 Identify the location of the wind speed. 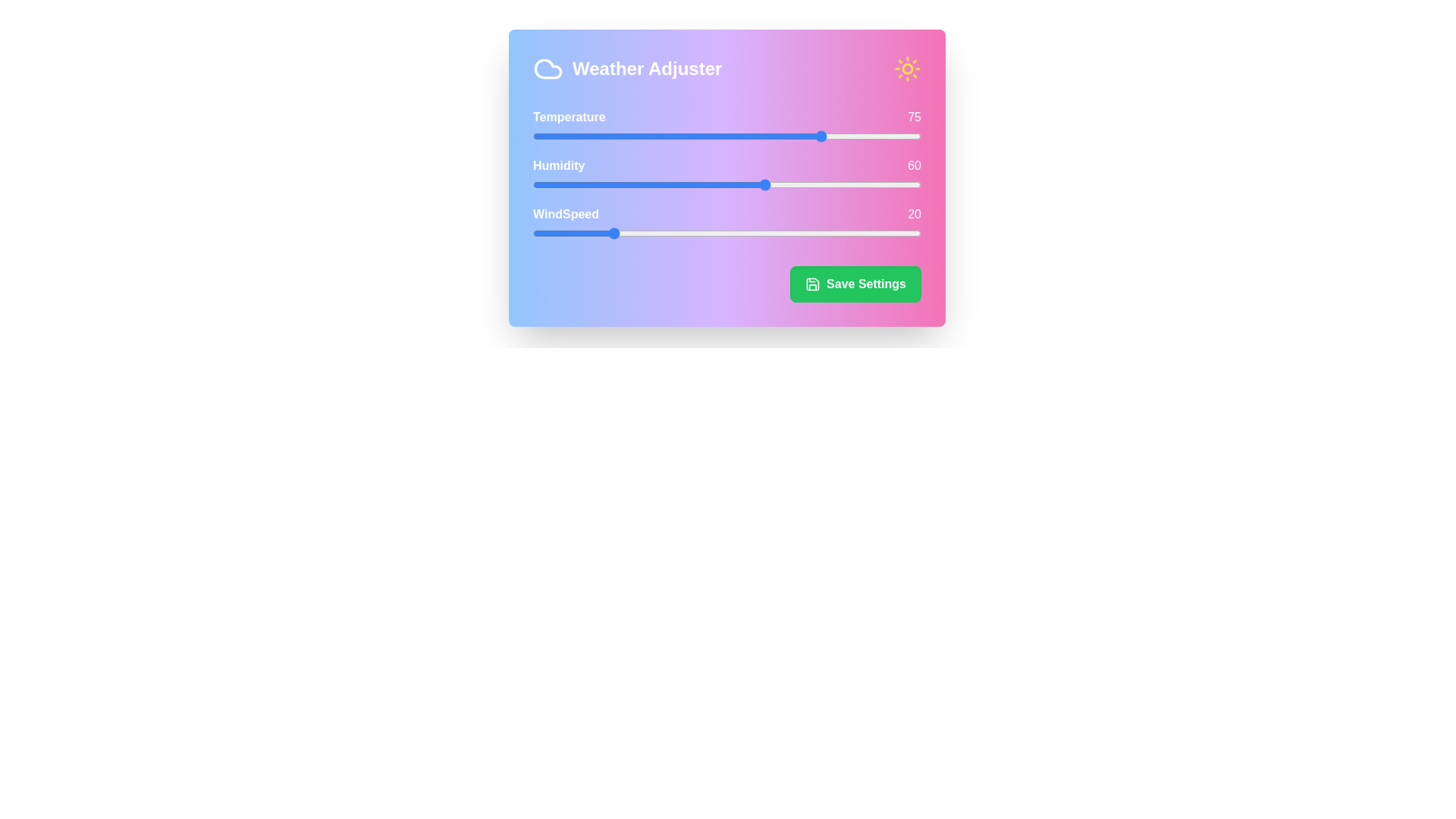
(792, 234).